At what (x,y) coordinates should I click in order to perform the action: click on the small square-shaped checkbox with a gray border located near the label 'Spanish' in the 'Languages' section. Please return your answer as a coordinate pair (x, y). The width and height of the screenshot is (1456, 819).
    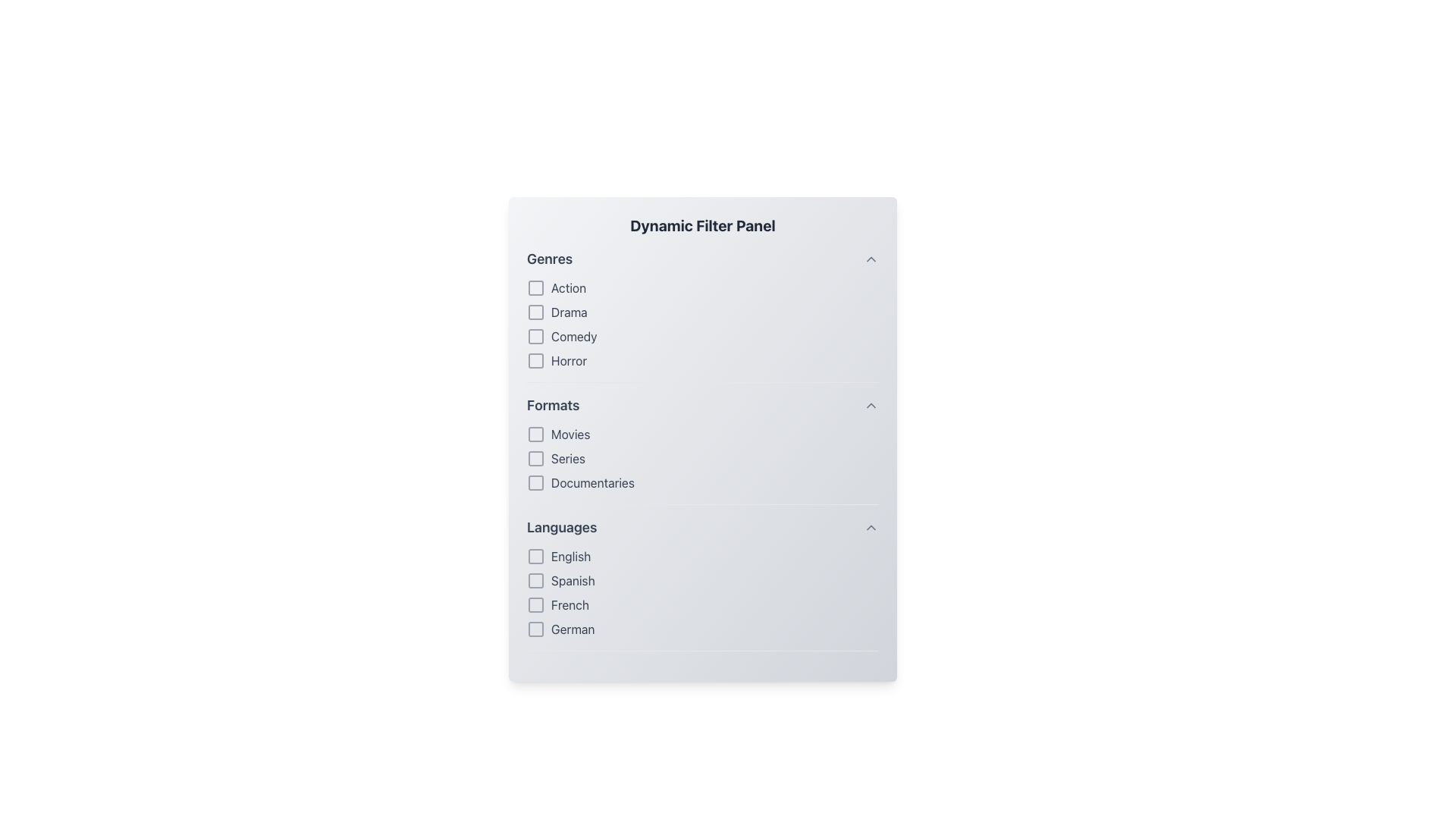
    Looking at the image, I should click on (535, 580).